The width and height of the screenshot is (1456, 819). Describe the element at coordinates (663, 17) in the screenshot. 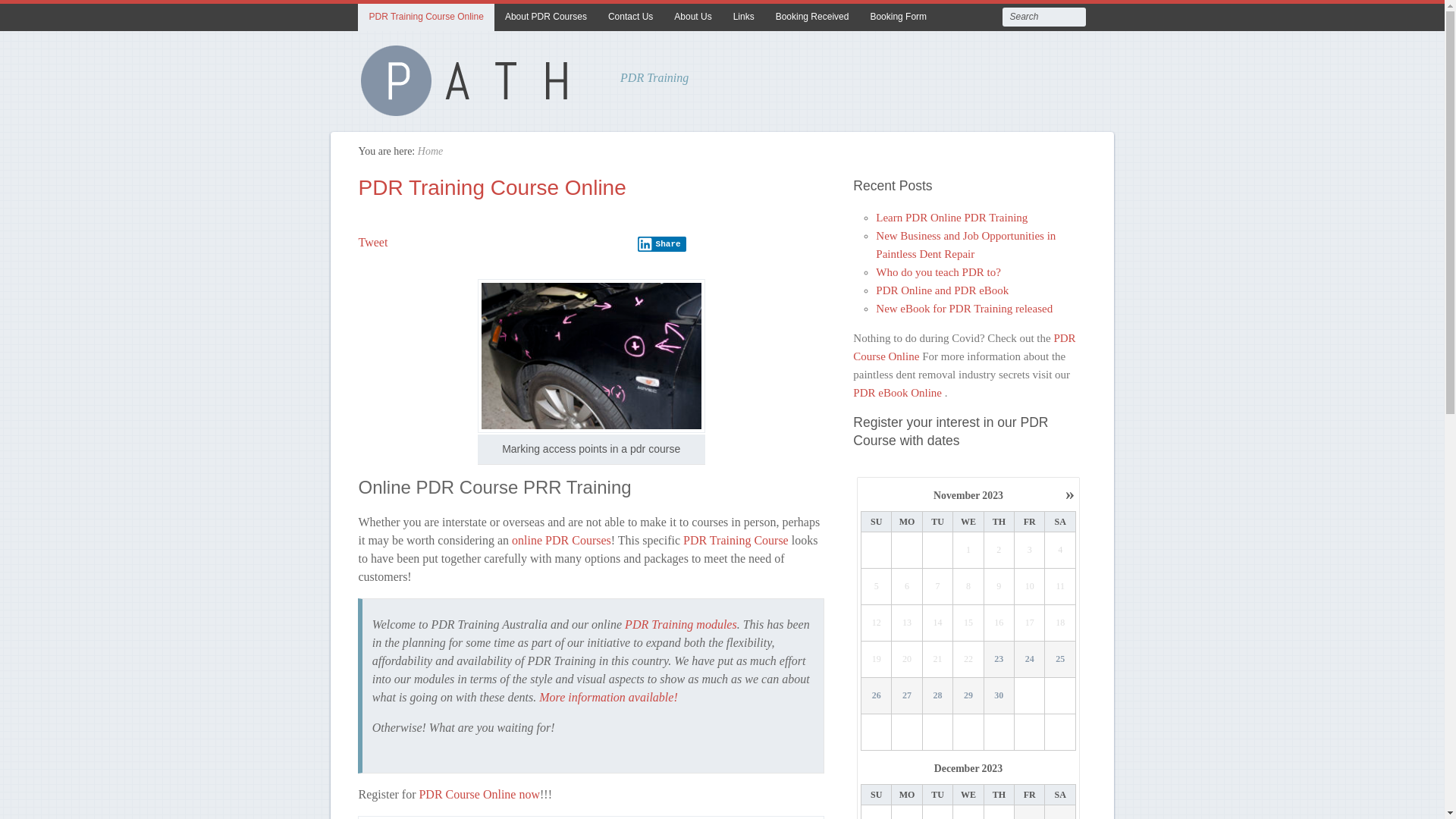

I see `'About Us'` at that location.